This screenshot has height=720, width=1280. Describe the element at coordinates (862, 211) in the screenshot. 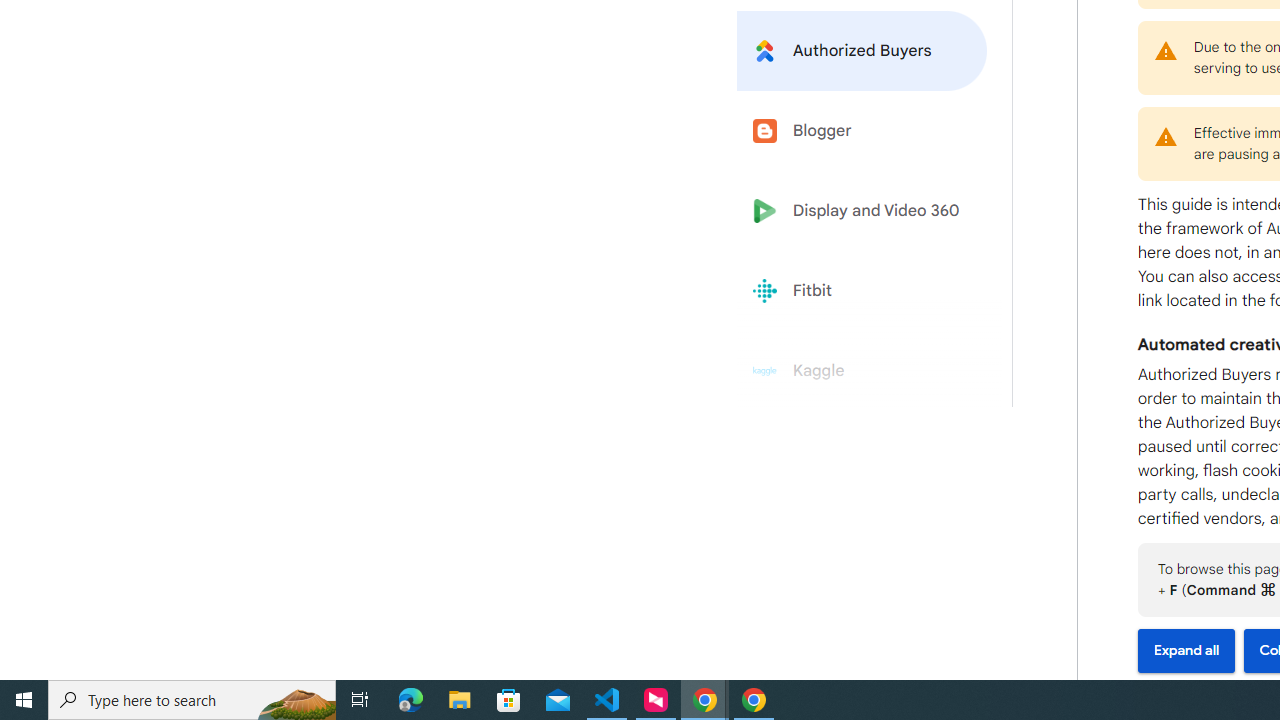

I see `'Display and Video 360'` at that location.